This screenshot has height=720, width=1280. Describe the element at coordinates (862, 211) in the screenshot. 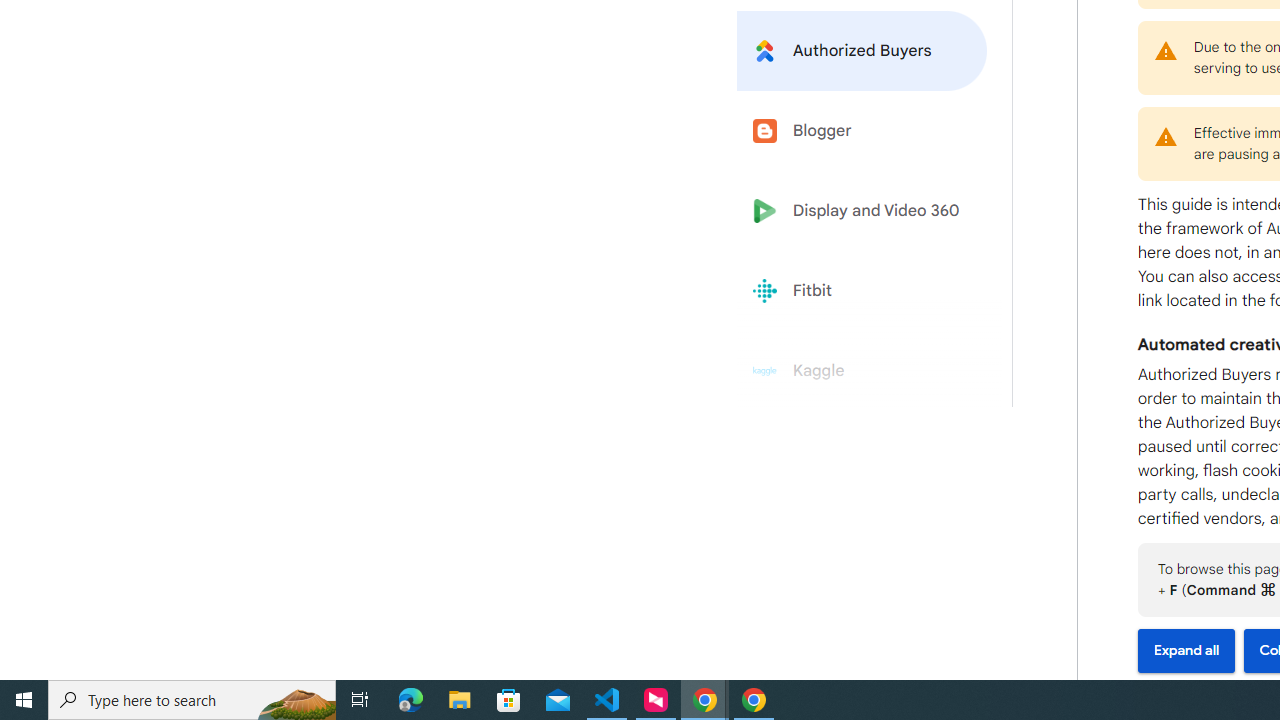

I see `'Display and Video 360'` at that location.